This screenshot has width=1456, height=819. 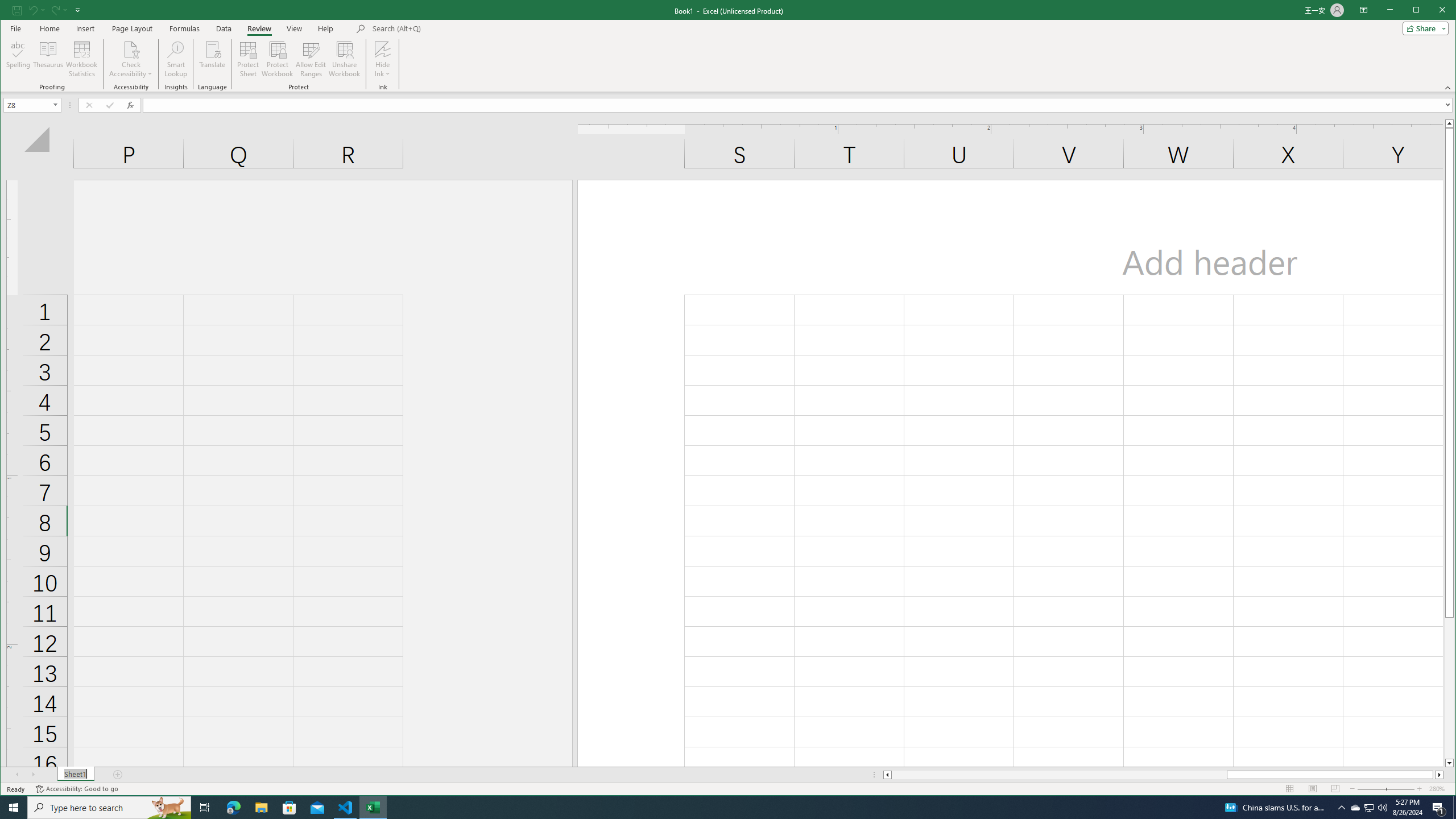 What do you see at coordinates (373, 806) in the screenshot?
I see `'Excel - 1 running window'` at bounding box center [373, 806].